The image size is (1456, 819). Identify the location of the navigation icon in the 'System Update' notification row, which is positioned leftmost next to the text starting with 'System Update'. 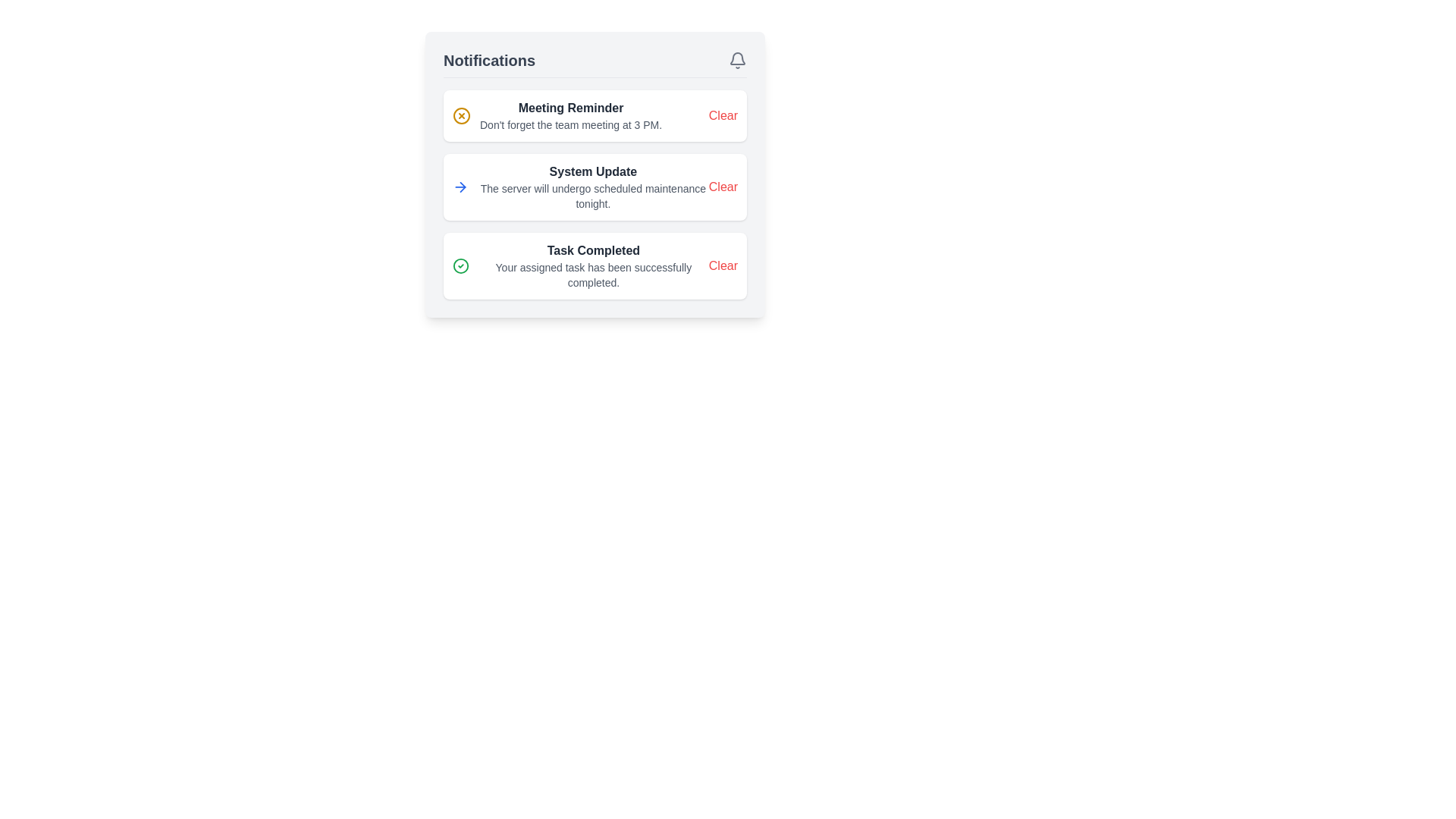
(460, 186).